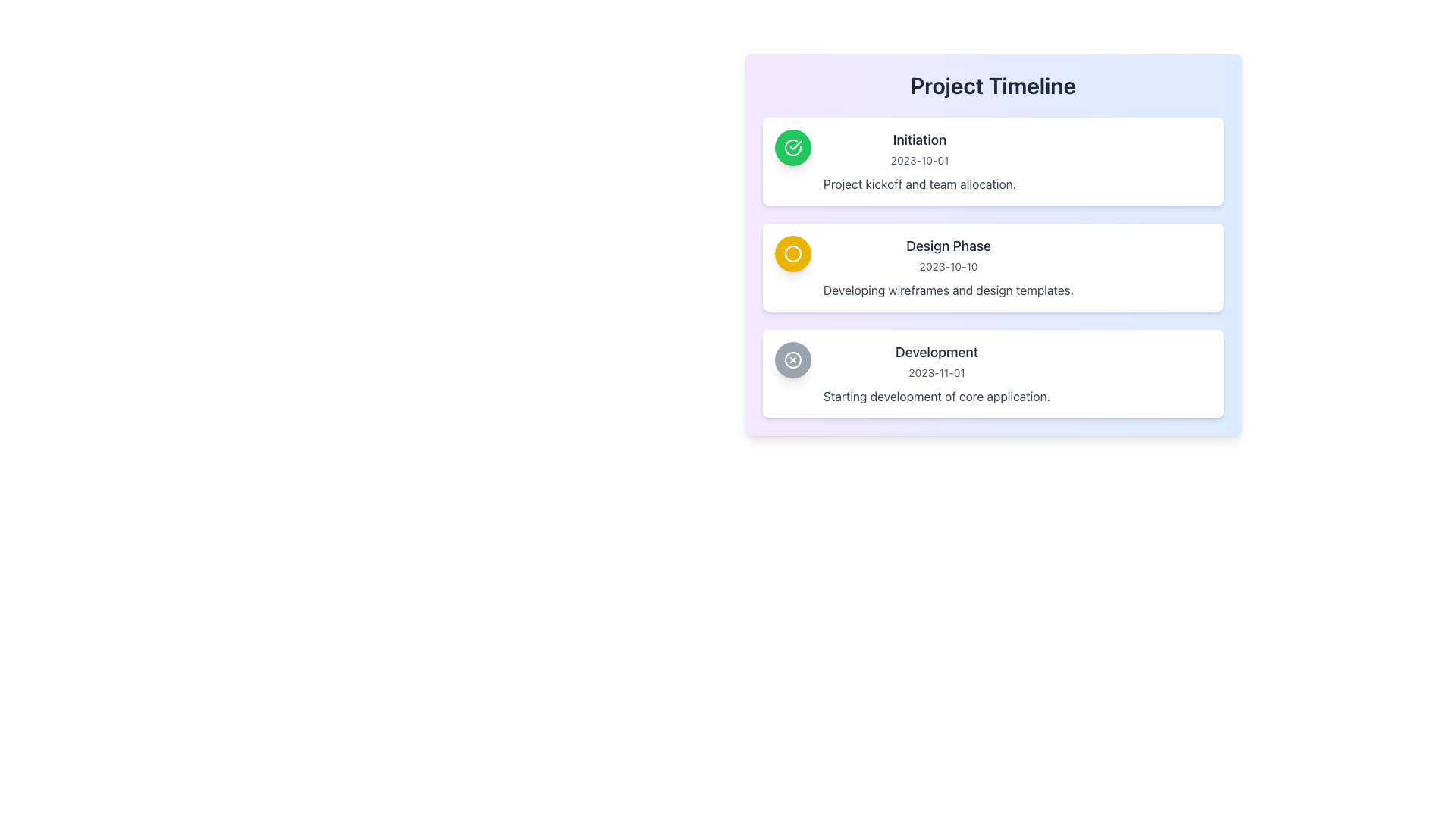  What do you see at coordinates (919, 160) in the screenshot?
I see `the static text element displaying the date '2023-10-01', which is located beneath the title 'Initiation' in the card-like section of the vertical timeline interface` at bounding box center [919, 160].